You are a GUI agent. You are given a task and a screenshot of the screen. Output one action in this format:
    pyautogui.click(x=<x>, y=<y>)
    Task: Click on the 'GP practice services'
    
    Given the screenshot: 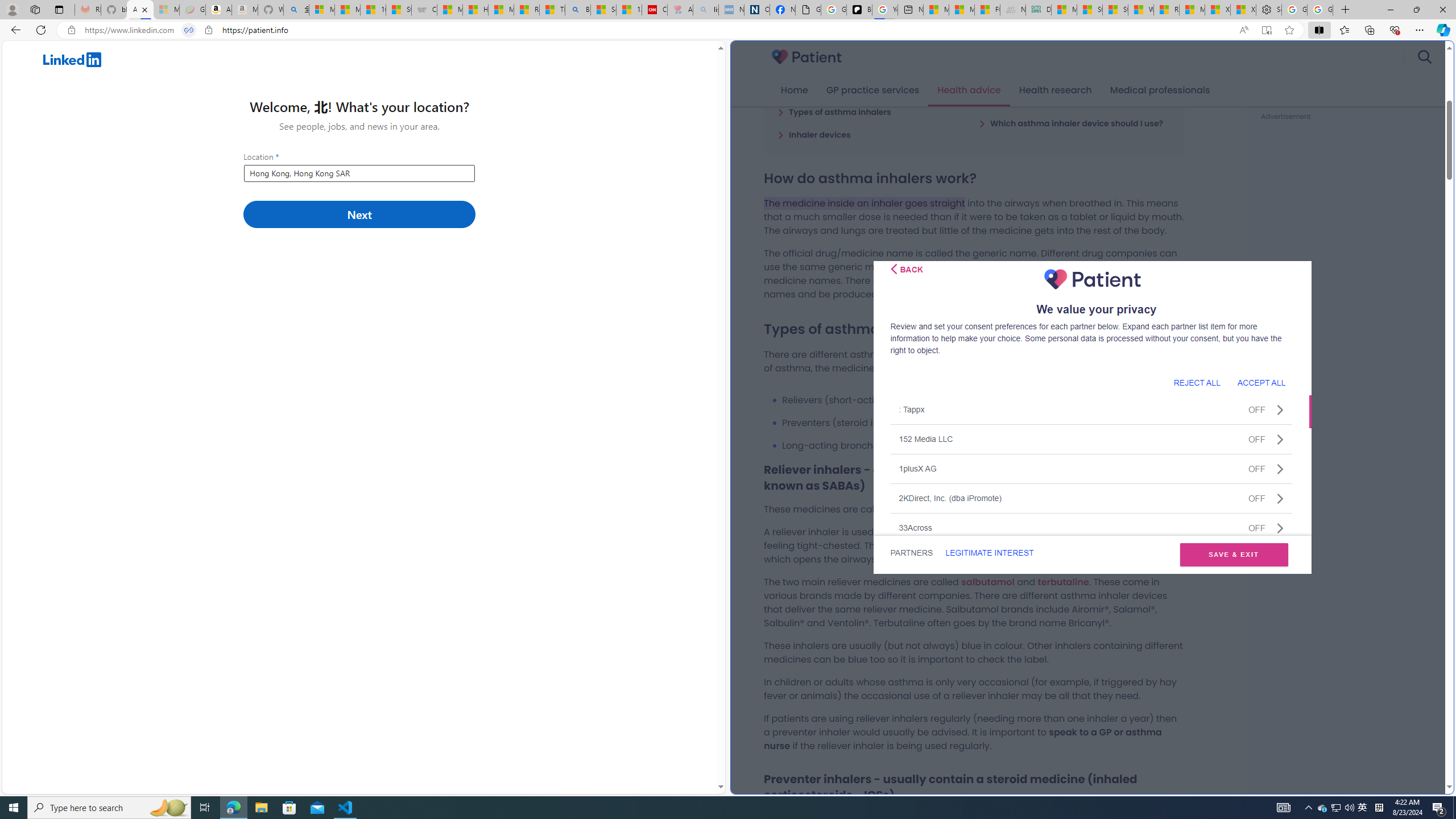 What is the action you would take?
    pyautogui.click(x=872, y=90)
    